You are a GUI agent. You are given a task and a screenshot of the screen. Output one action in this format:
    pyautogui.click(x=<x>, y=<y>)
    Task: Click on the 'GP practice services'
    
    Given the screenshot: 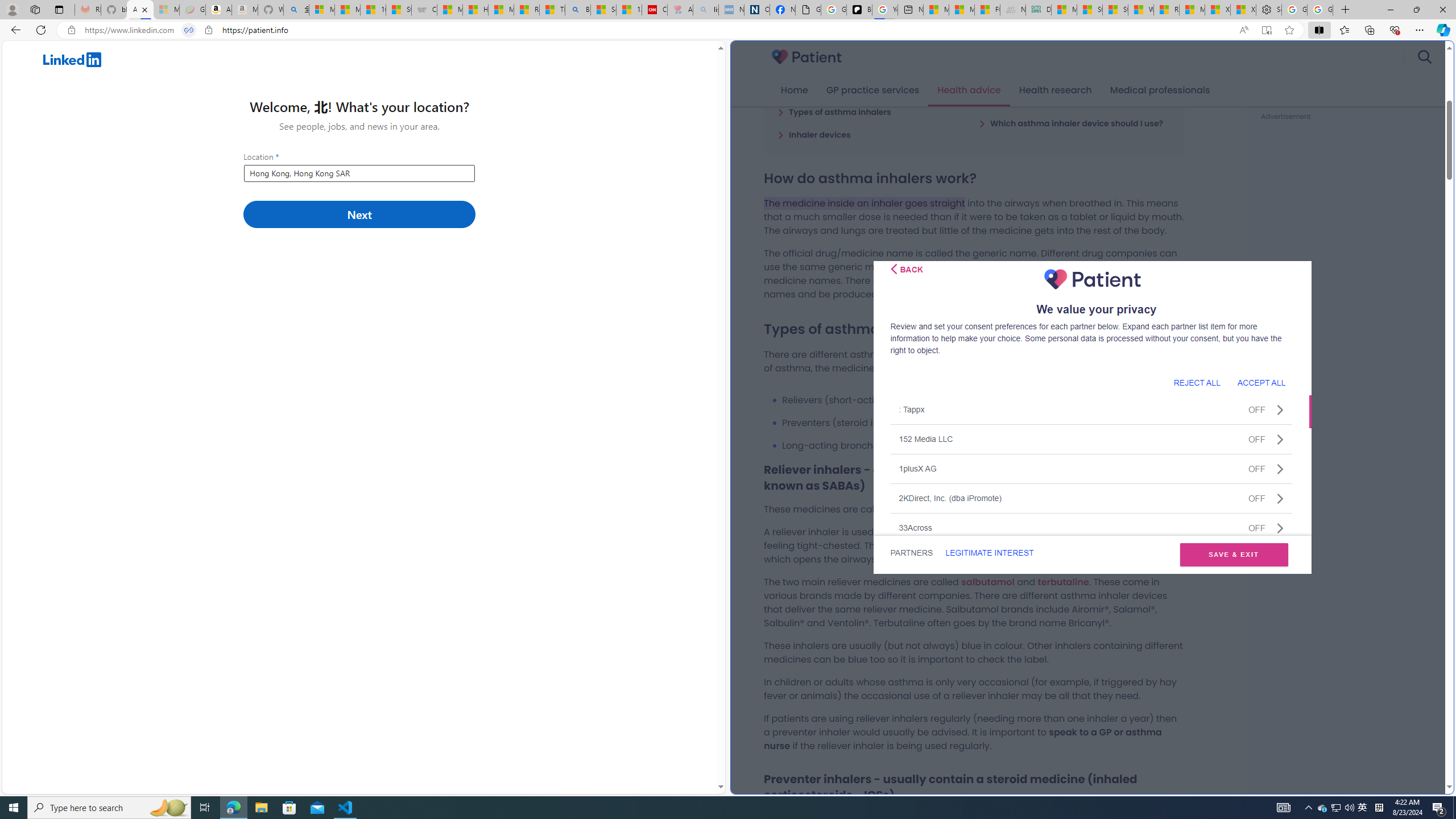 What is the action you would take?
    pyautogui.click(x=872, y=90)
    